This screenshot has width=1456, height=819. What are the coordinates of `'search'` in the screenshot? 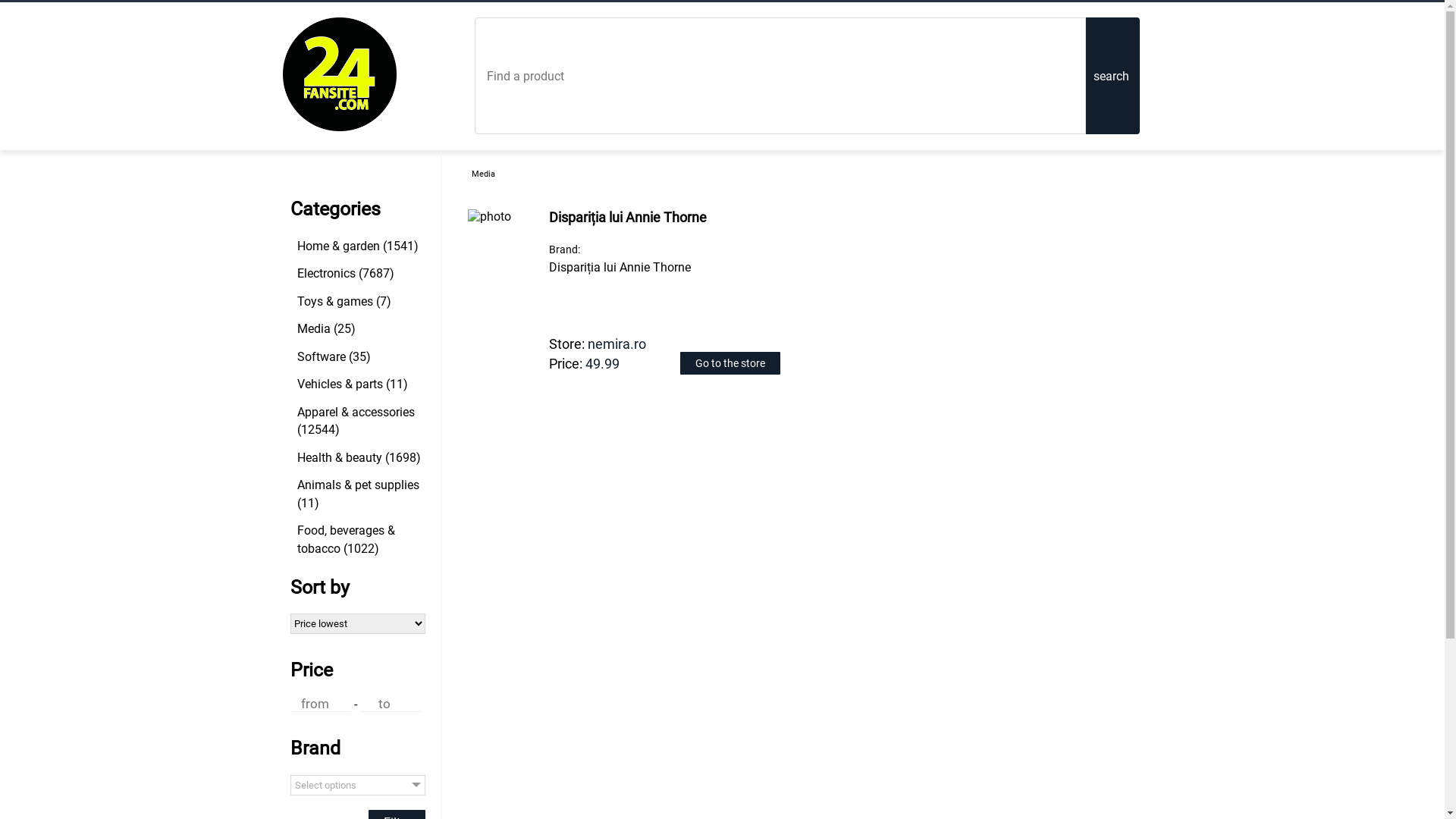 It's located at (1112, 76).